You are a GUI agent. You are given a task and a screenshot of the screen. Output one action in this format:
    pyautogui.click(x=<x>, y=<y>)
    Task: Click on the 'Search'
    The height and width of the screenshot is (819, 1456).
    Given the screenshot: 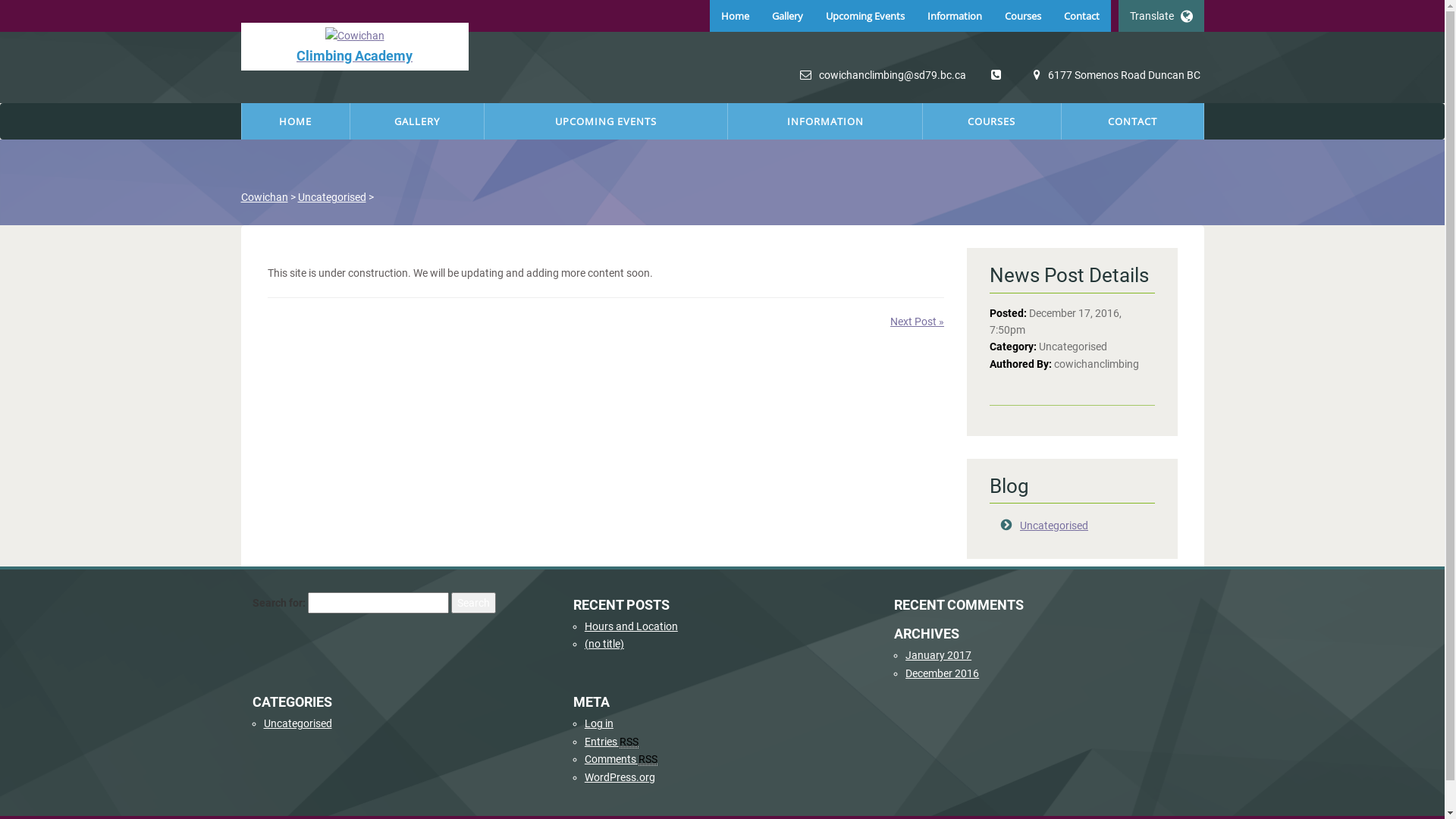 What is the action you would take?
    pyautogui.click(x=472, y=601)
    